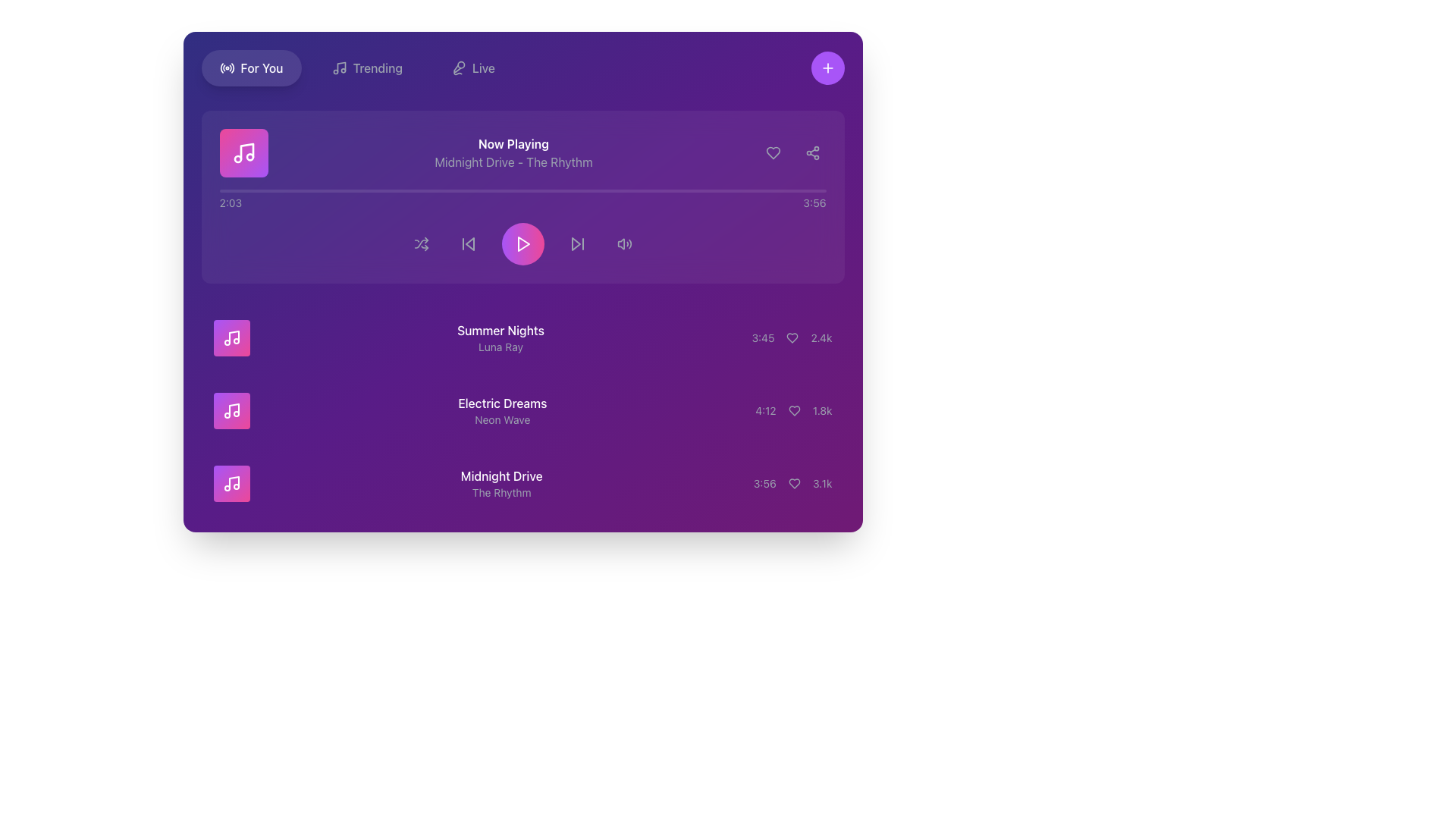 Image resolution: width=1456 pixels, height=819 pixels. Describe the element at coordinates (522, 190) in the screenshot. I see `the Progress bar located below the 'Now Playing' section in the music player interface` at that location.